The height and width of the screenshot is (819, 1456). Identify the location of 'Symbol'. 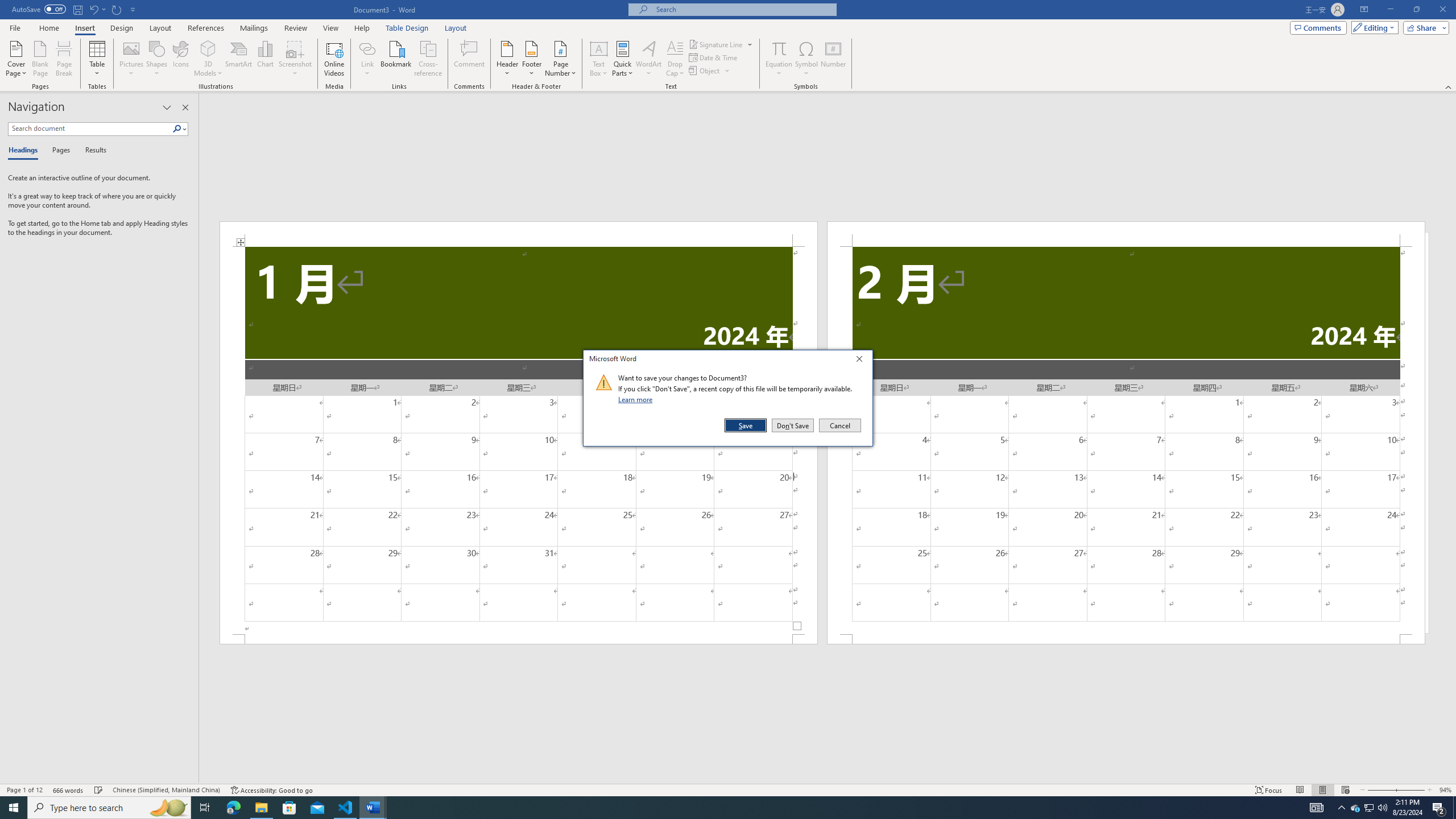
(806, 59).